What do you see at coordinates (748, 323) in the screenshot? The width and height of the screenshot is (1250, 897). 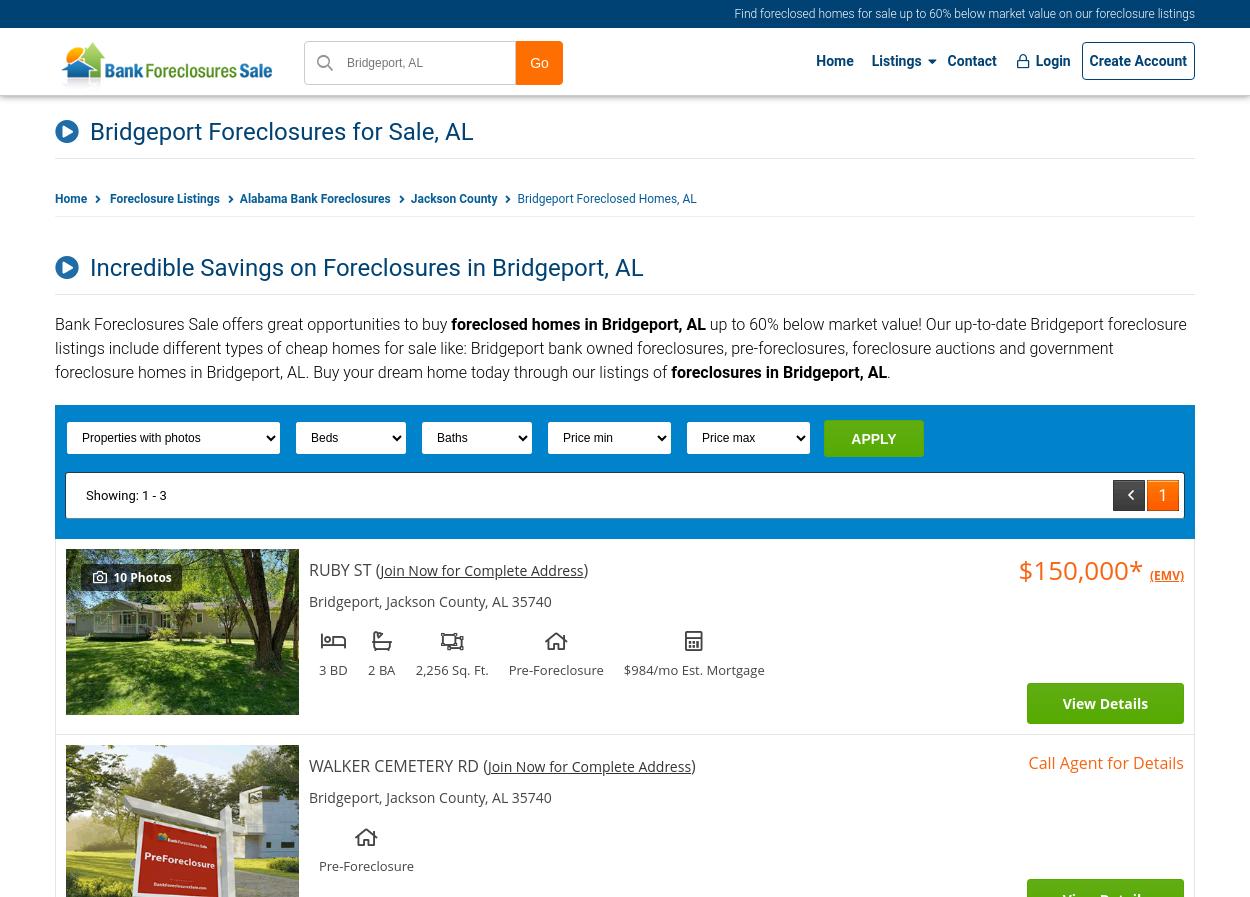 I see `'60% below market value'` at bounding box center [748, 323].